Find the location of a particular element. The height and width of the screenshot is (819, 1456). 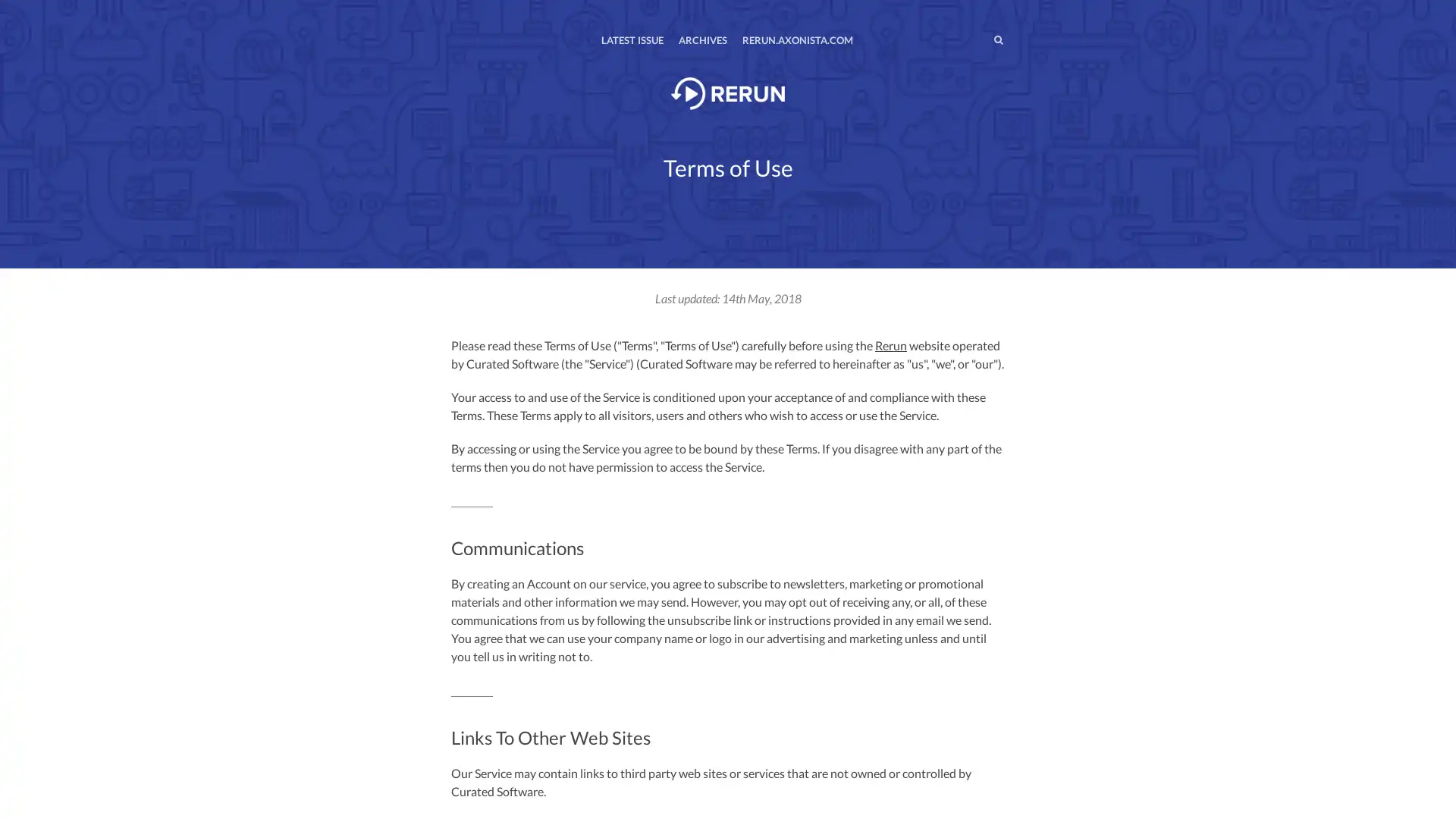

SEARCH is located at coordinates (966, 39).